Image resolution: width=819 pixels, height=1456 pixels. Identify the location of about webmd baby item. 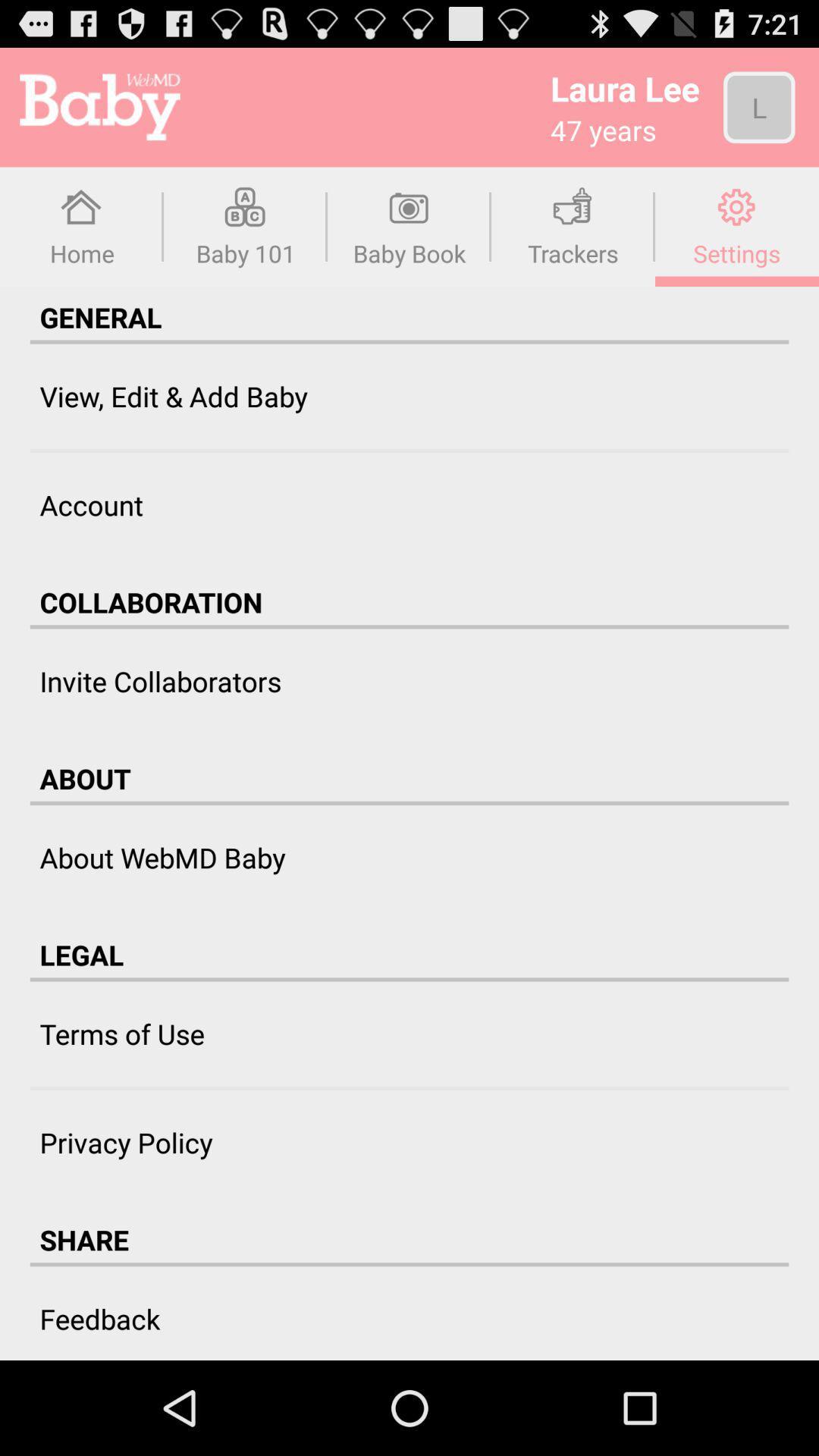
(162, 858).